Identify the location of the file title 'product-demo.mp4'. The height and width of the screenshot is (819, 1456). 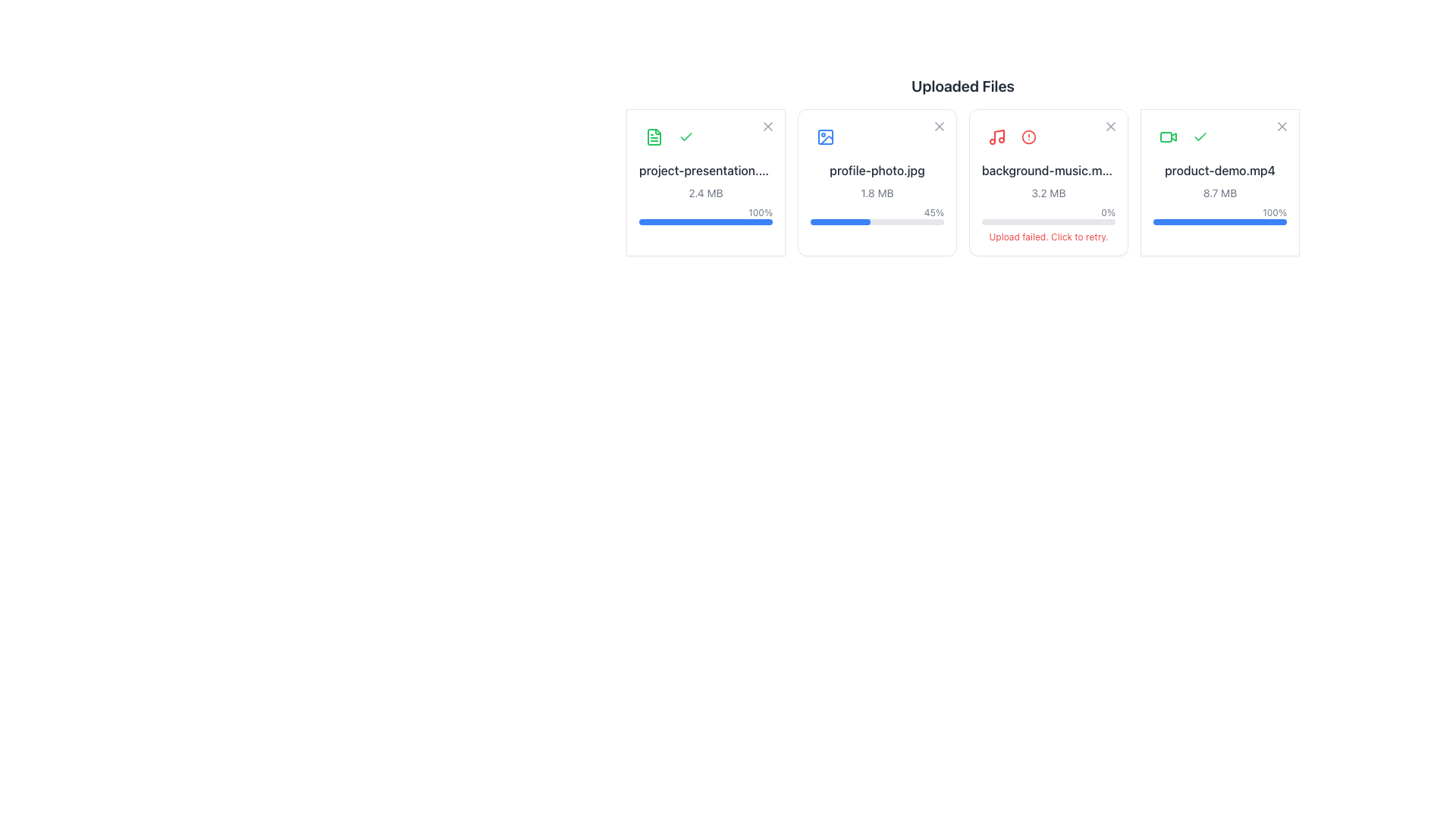
(1219, 216).